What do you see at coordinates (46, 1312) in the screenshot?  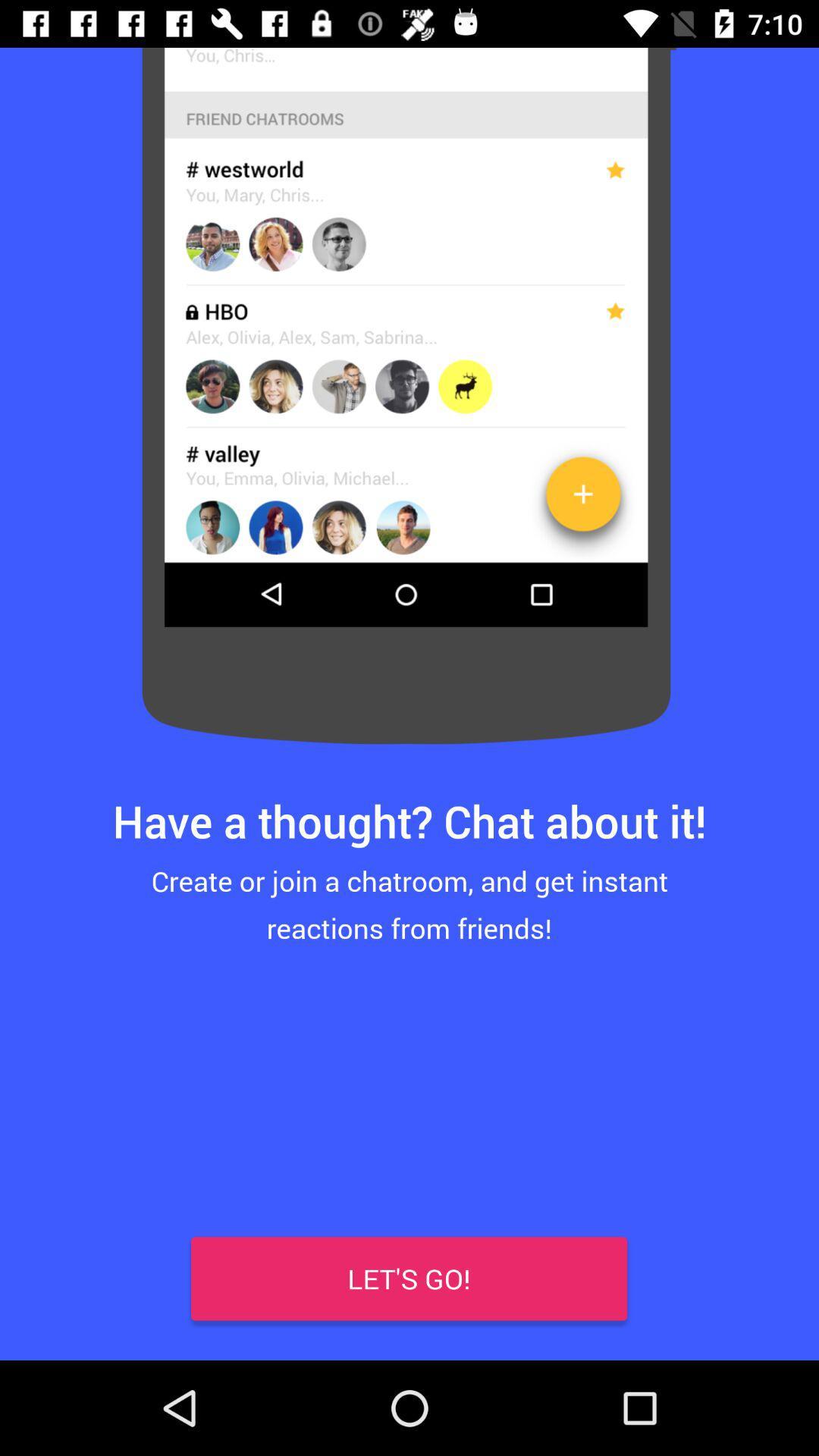 I see `the icon below the create or join item` at bounding box center [46, 1312].